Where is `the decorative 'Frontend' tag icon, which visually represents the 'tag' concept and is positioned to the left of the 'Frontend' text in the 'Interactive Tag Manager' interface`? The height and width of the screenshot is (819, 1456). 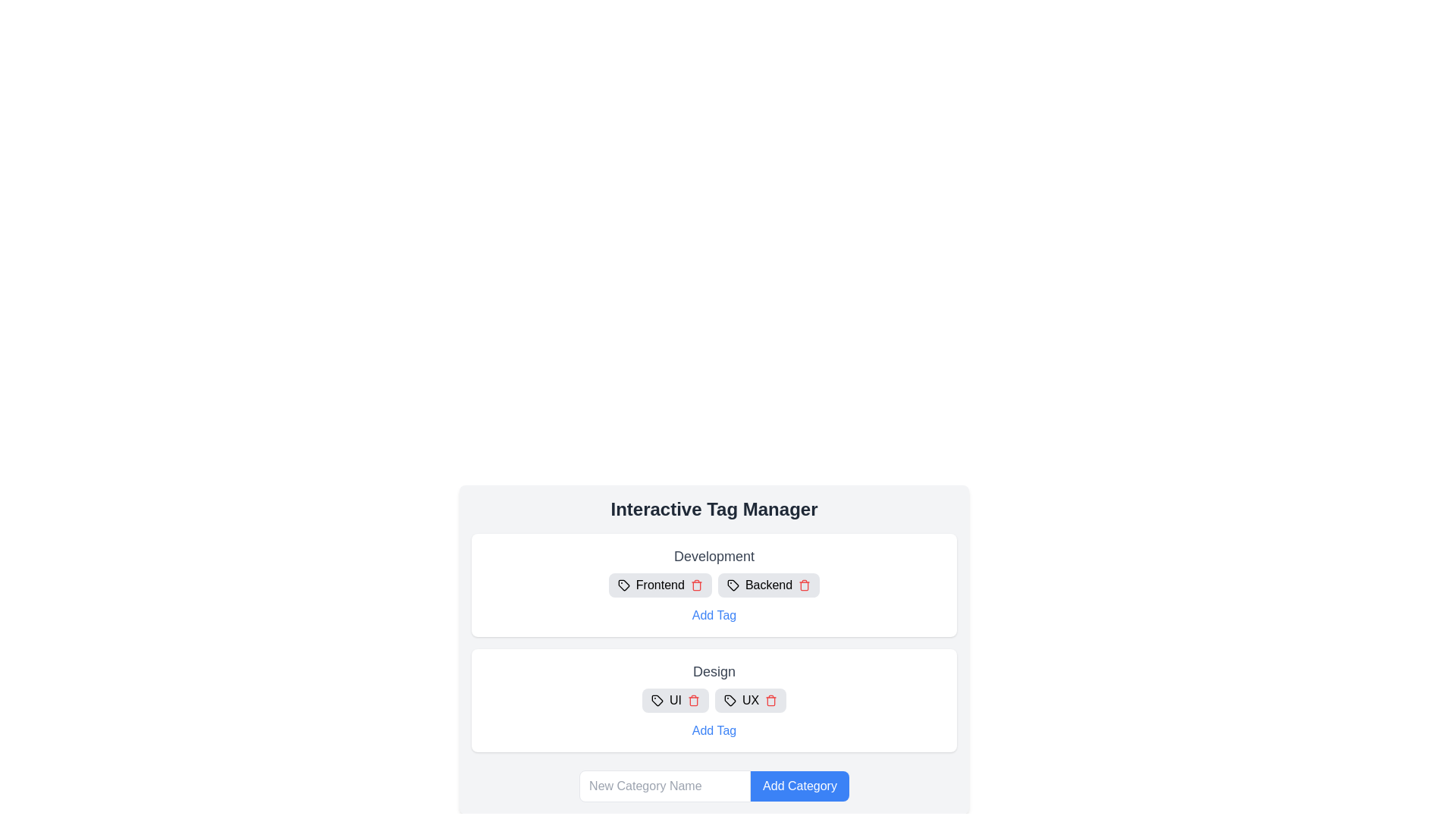 the decorative 'Frontend' tag icon, which visually represents the 'tag' concept and is positioned to the left of the 'Frontend' text in the 'Interactive Tag Manager' interface is located at coordinates (623, 584).